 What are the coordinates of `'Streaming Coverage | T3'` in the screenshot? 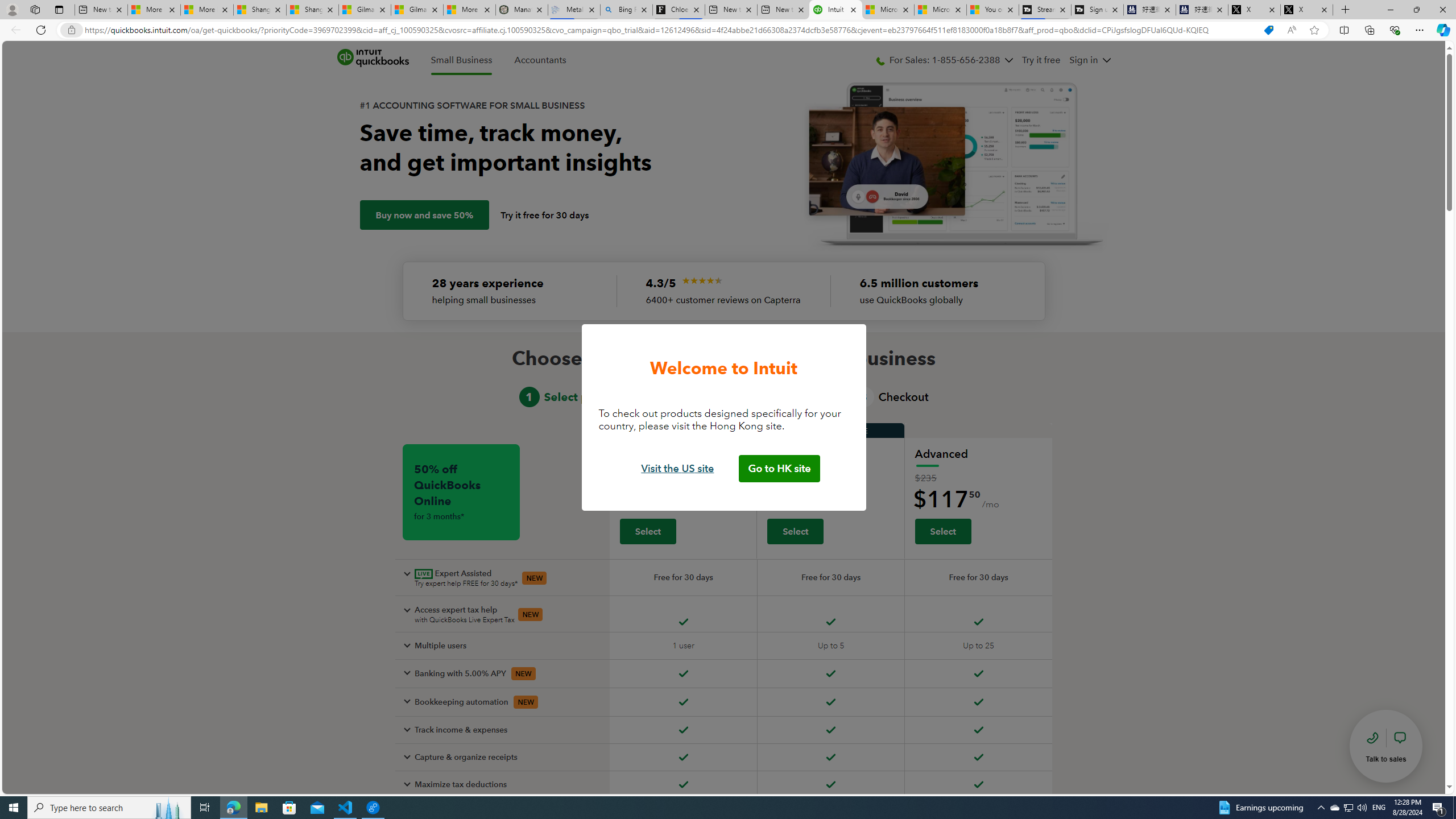 It's located at (1044, 9).